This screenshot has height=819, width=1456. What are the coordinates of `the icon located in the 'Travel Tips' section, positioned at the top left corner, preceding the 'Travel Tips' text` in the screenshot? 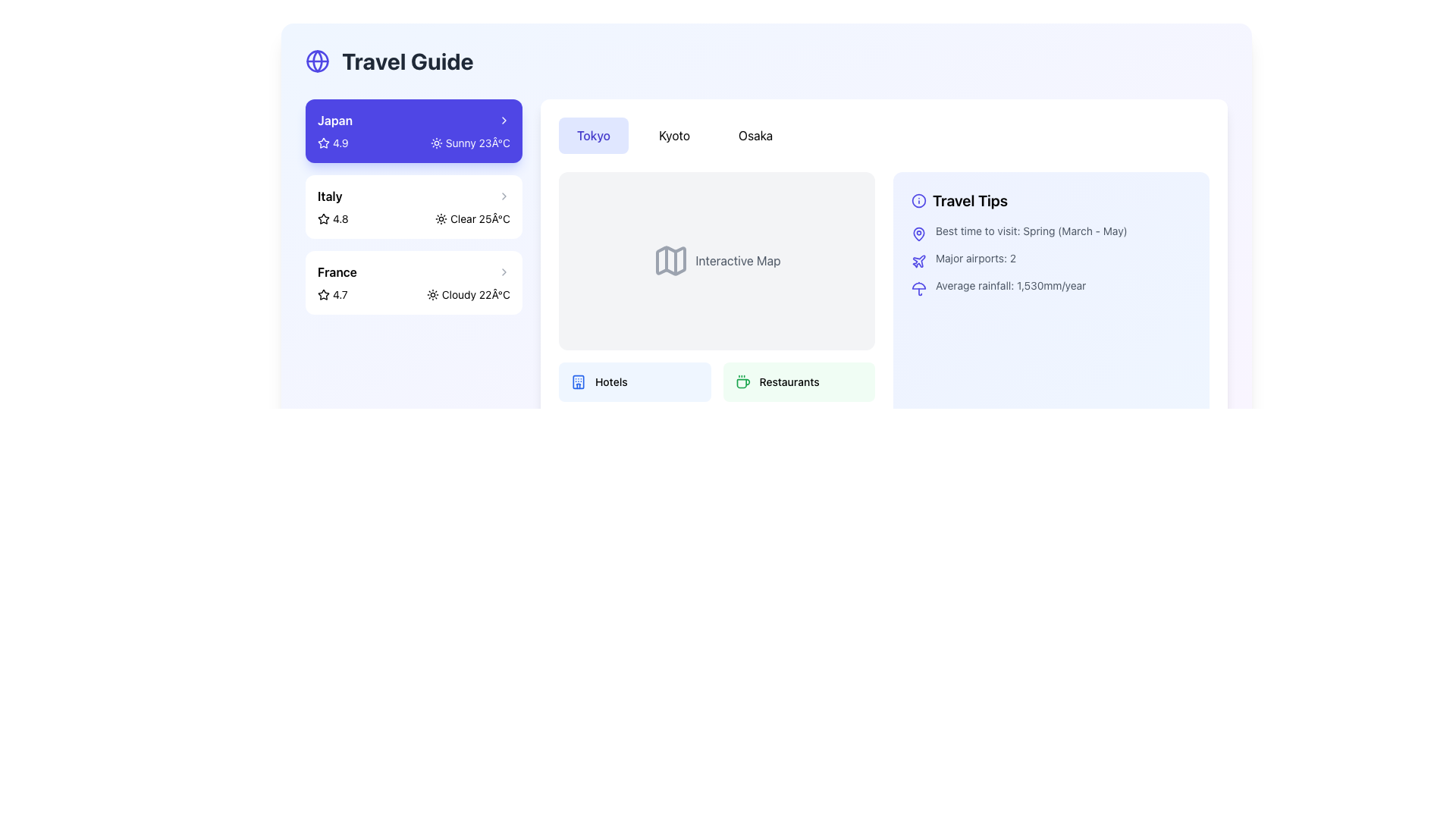 It's located at (918, 200).